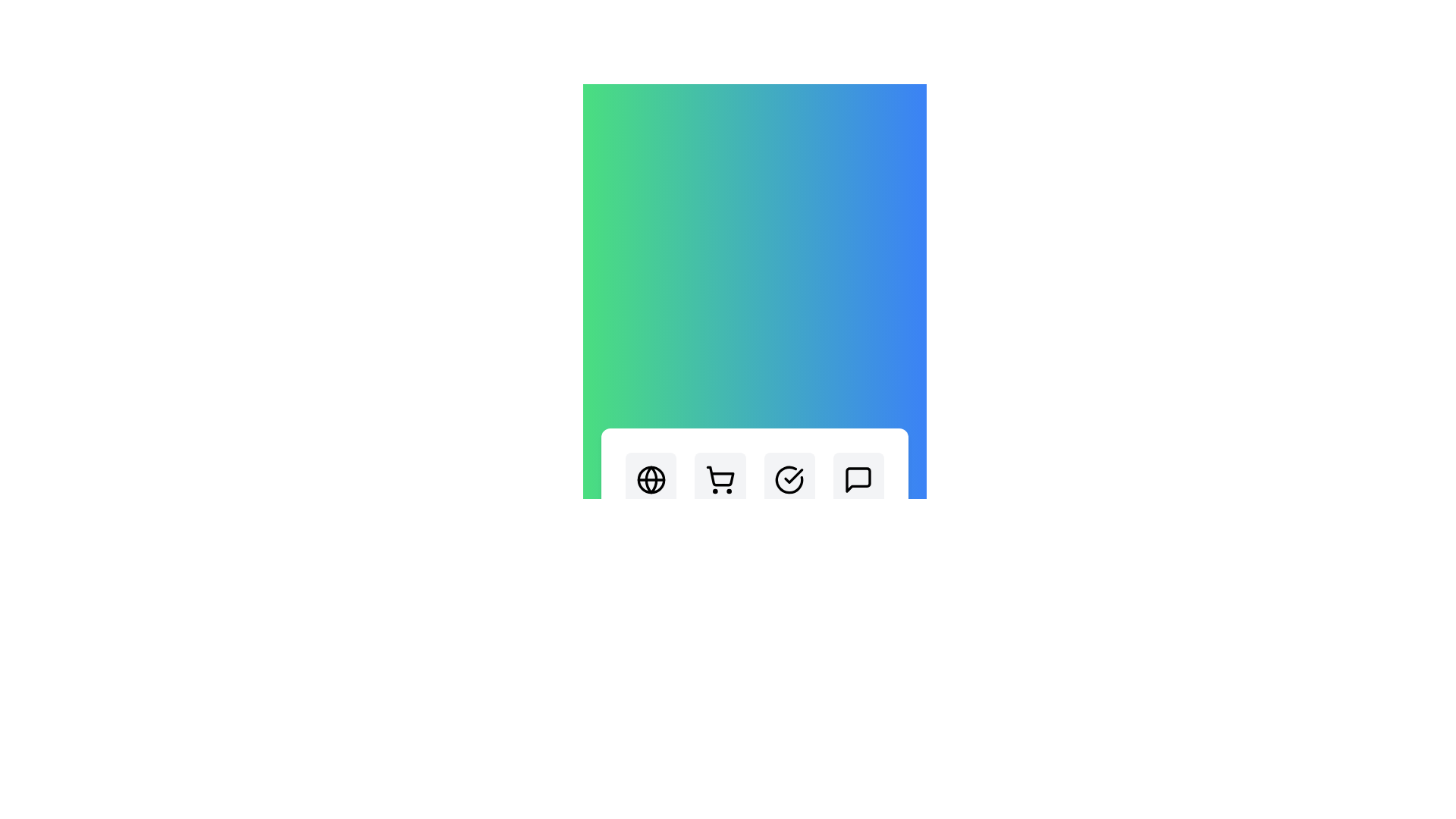 The image size is (1456, 819). Describe the element at coordinates (651, 494) in the screenshot. I see `the 'Explore' button, which is the first item in the grid layout, featuring a globe icon and a light gray background, to trigger the hover effect` at that location.